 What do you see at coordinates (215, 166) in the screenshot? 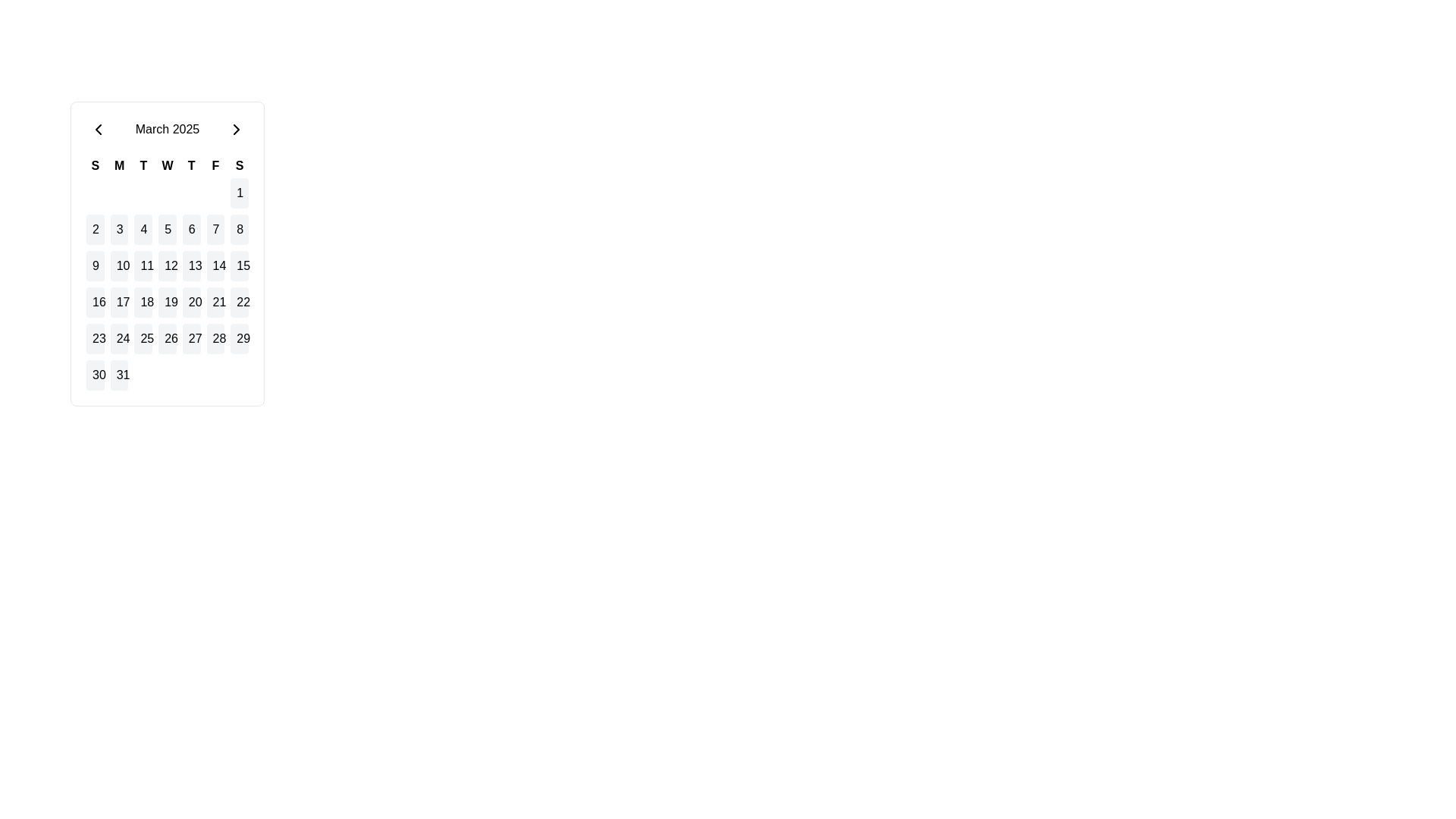
I see `the 'Friday' text label in the header section of the calendar, which is the sixth element in the row of day labels` at bounding box center [215, 166].